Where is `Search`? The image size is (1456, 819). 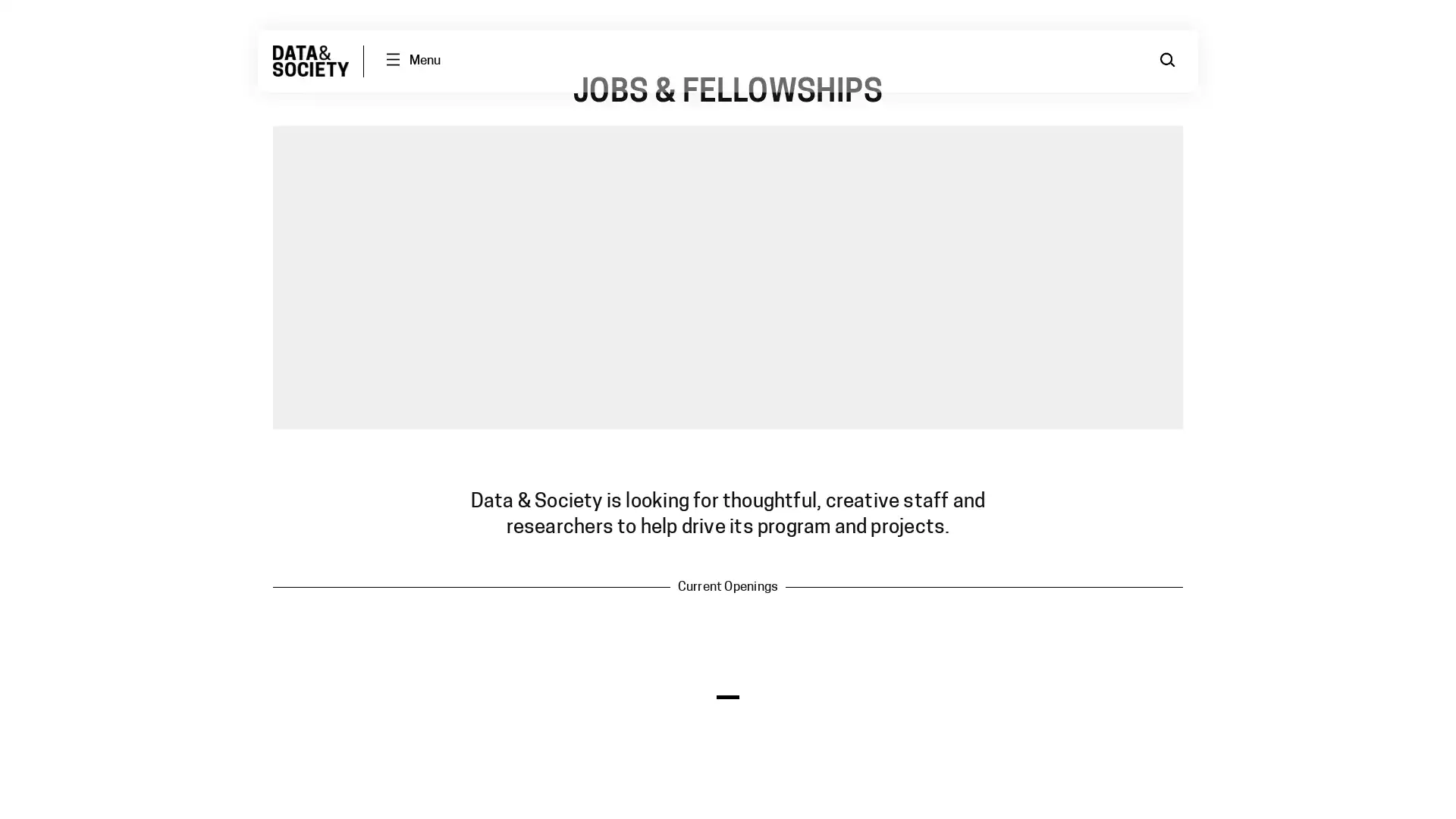 Search is located at coordinates (1167, 60).